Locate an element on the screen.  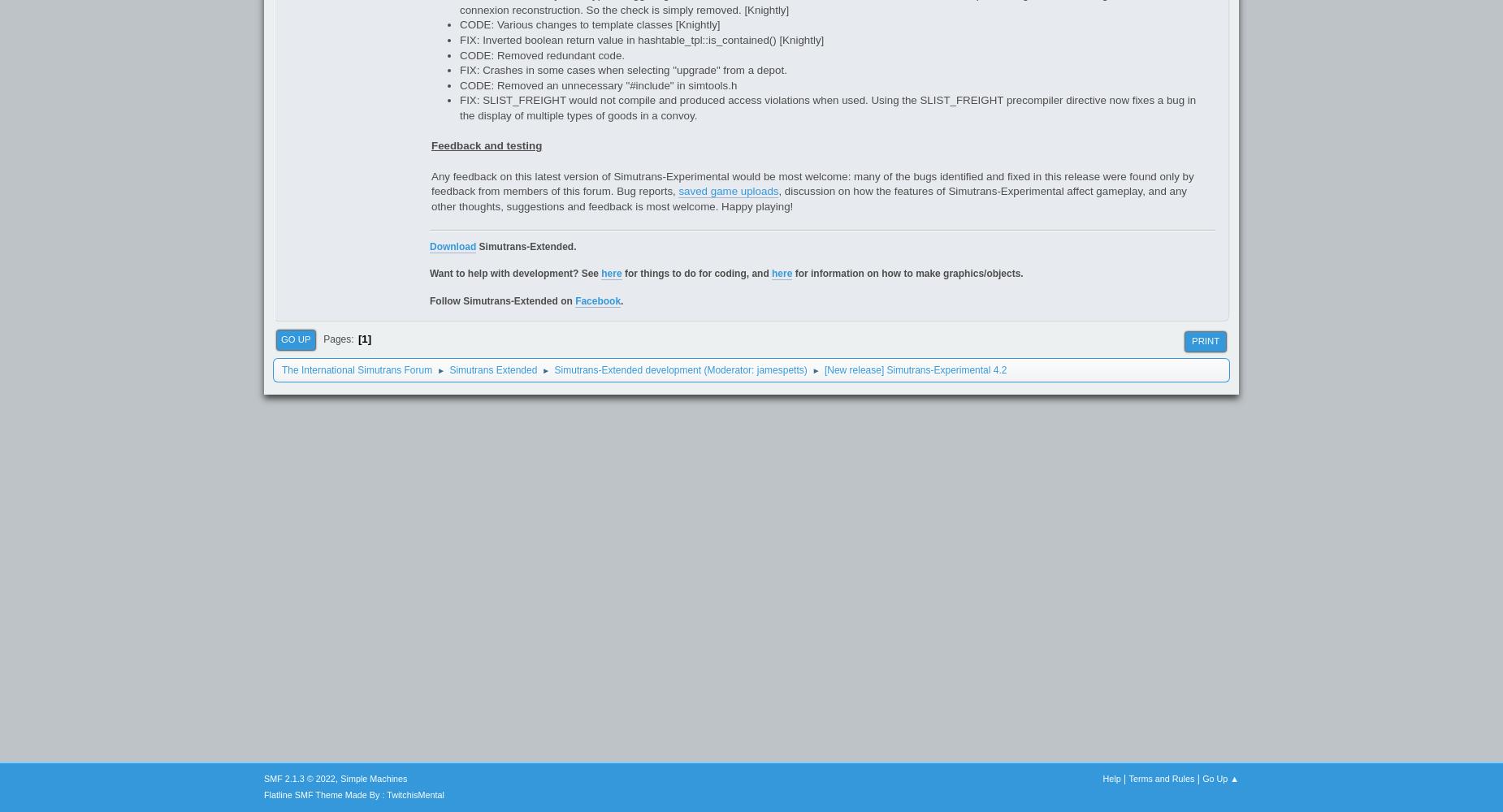
')' is located at coordinates (804, 369).